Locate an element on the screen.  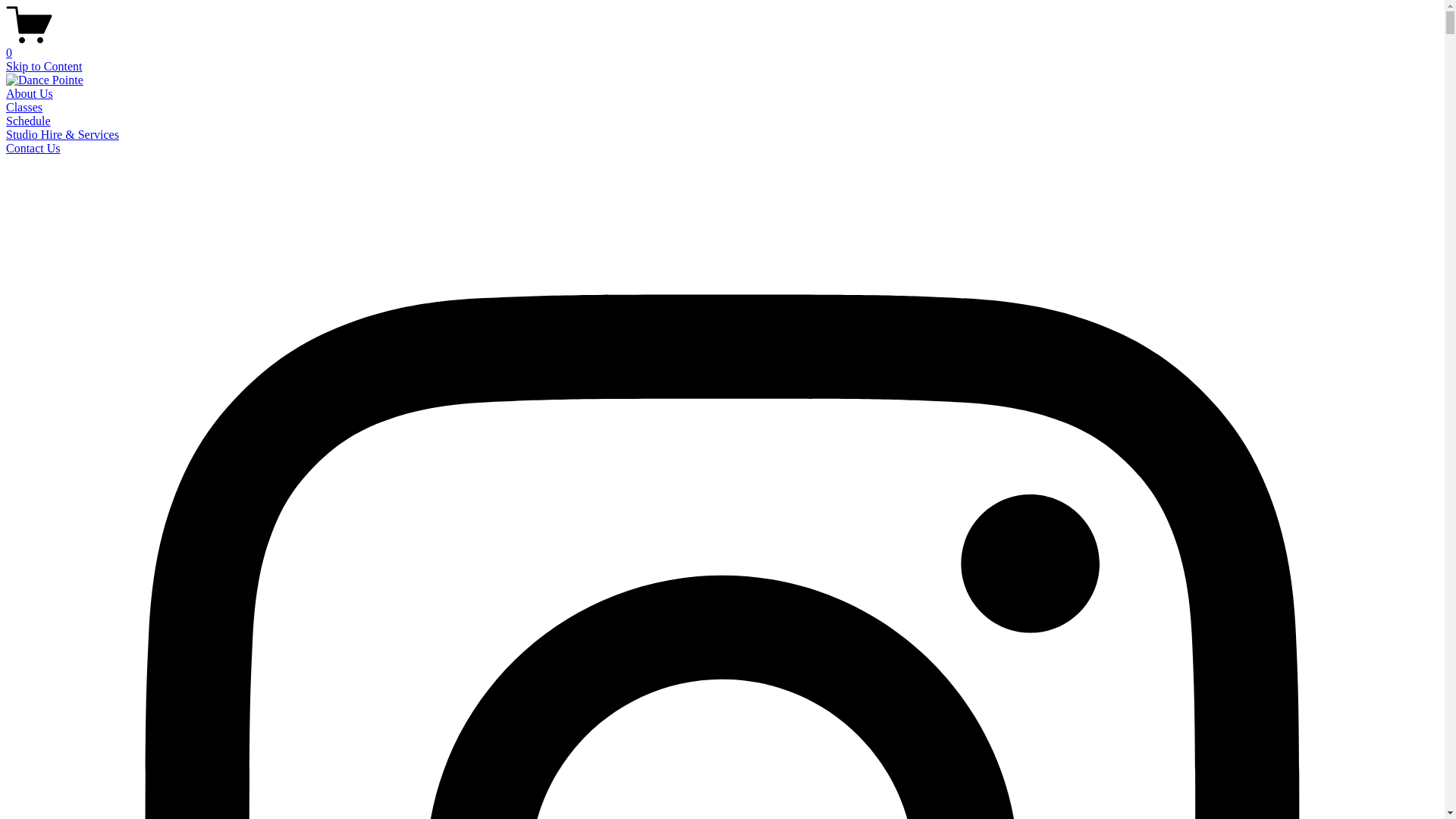
'About Us' is located at coordinates (6, 93).